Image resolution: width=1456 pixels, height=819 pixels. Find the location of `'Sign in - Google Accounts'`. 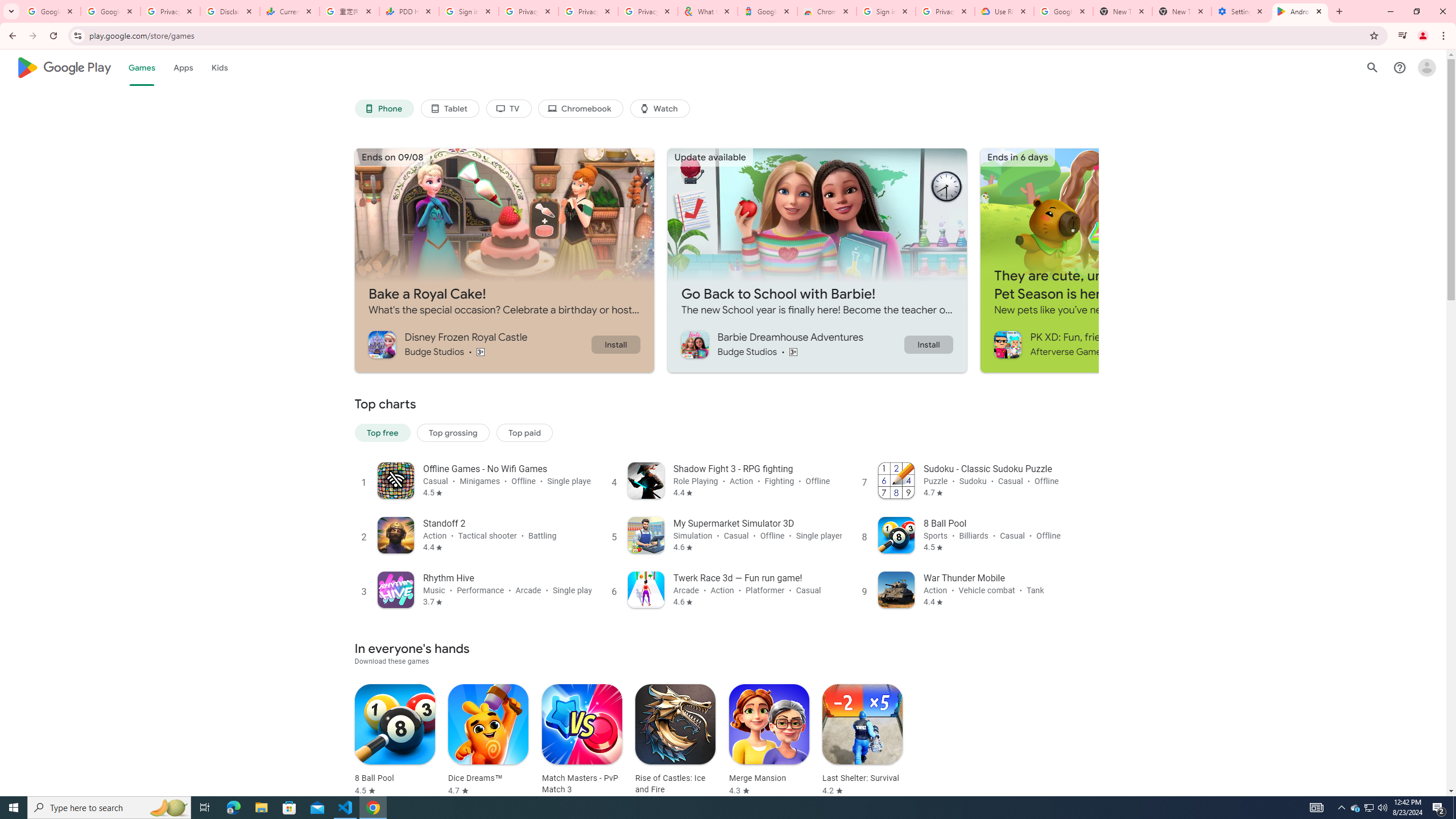

'Sign in - Google Accounts' is located at coordinates (468, 11).